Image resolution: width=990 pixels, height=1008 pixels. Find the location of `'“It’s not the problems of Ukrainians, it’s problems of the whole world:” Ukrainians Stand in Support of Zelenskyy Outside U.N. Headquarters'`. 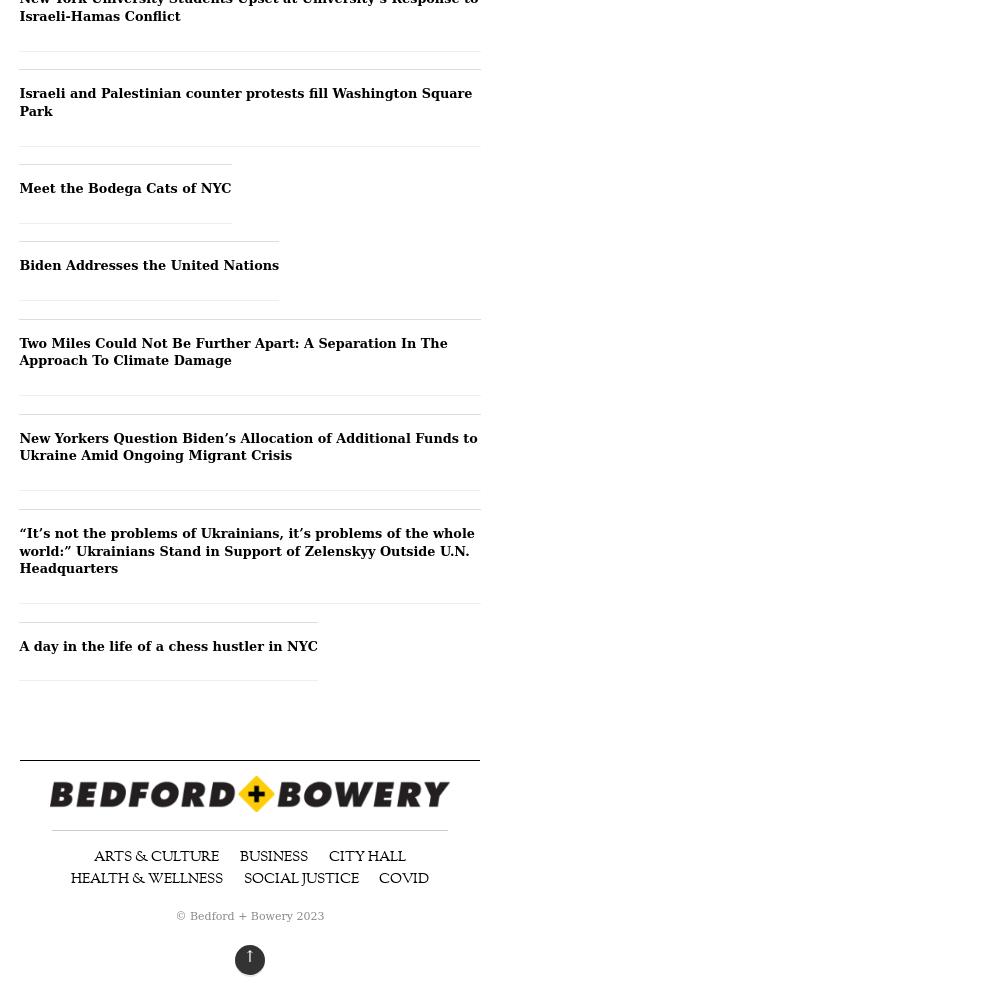

'“It’s not the problems of Ukrainians, it’s problems of the whole world:” Ukrainians Stand in Support of Zelenskyy Outside U.N. Headquarters' is located at coordinates (18, 550).